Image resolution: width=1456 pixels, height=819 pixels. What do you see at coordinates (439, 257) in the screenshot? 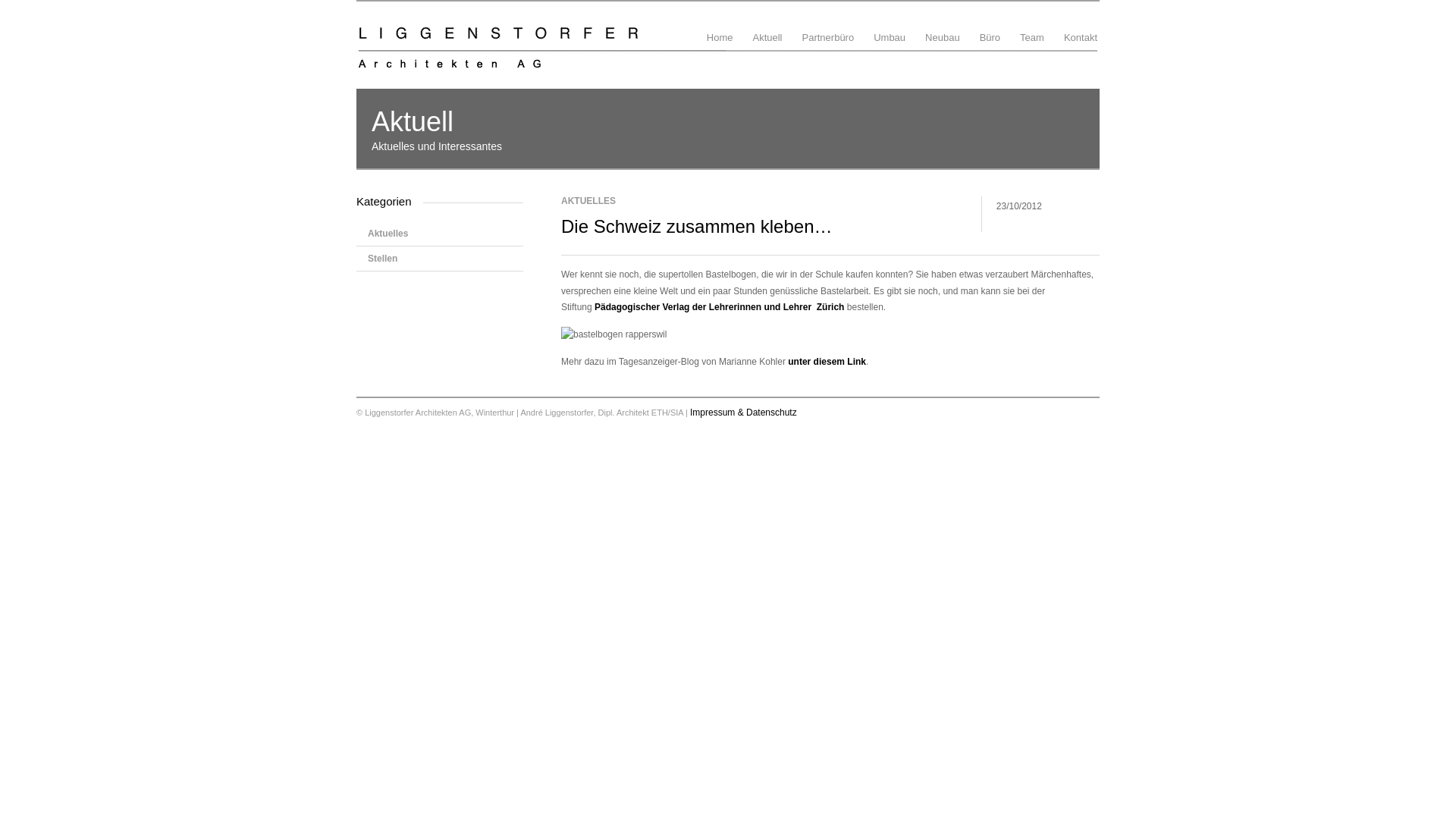
I see `'Stellen'` at bounding box center [439, 257].